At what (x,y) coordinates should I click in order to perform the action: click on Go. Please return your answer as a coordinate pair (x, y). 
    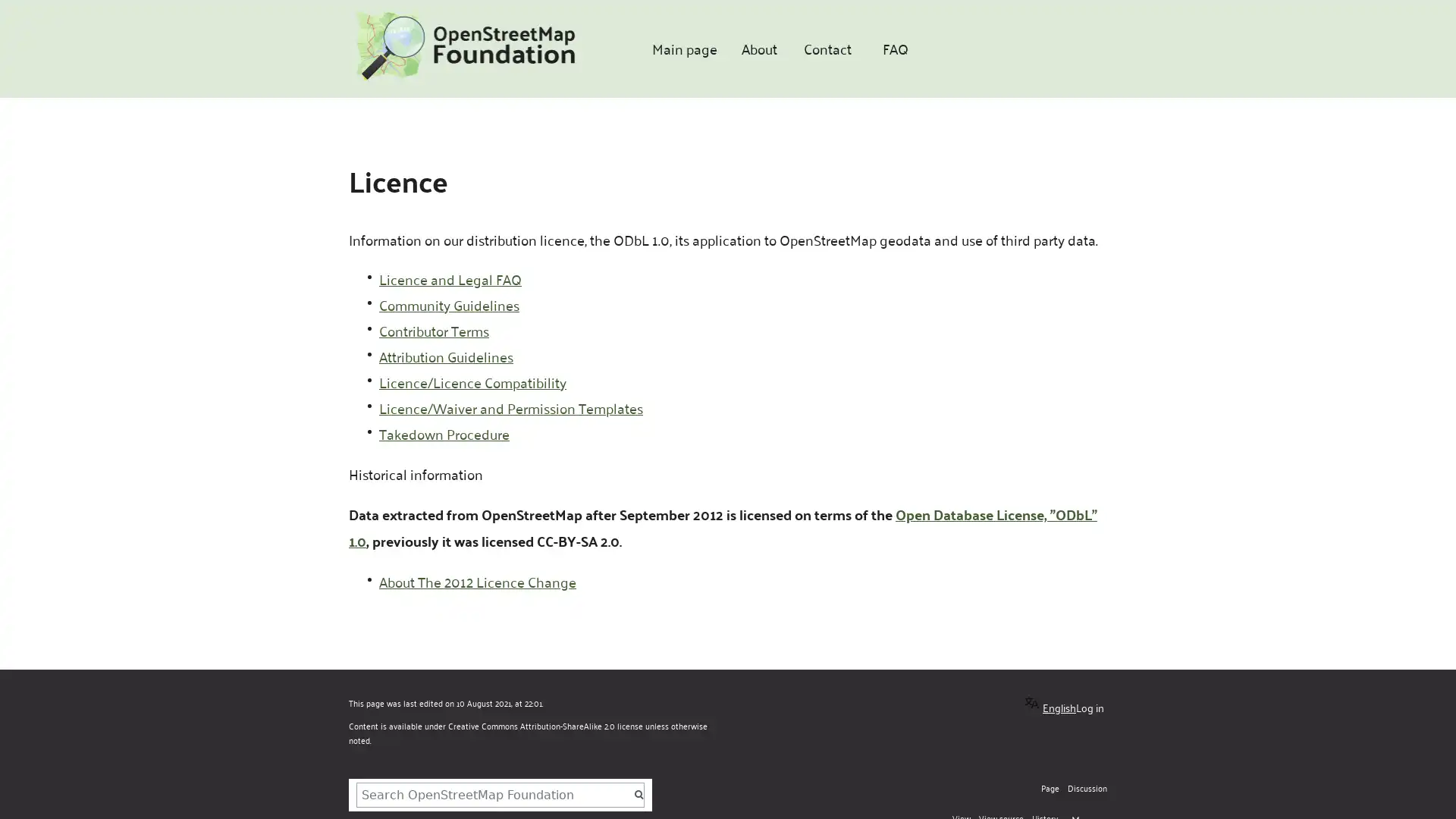
    Looking at the image, I should click on (639, 794).